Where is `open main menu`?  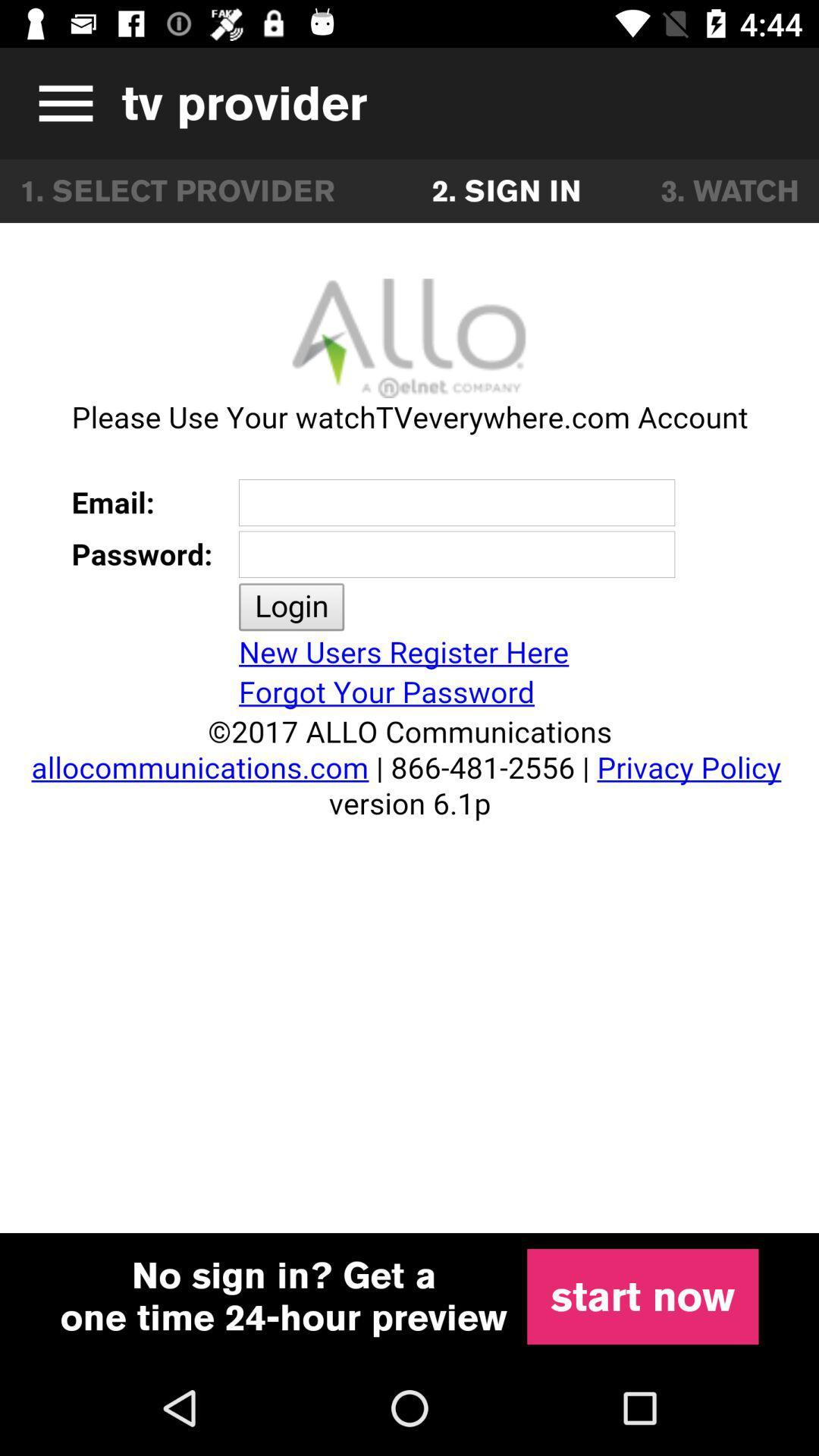
open main menu is located at coordinates (60, 102).